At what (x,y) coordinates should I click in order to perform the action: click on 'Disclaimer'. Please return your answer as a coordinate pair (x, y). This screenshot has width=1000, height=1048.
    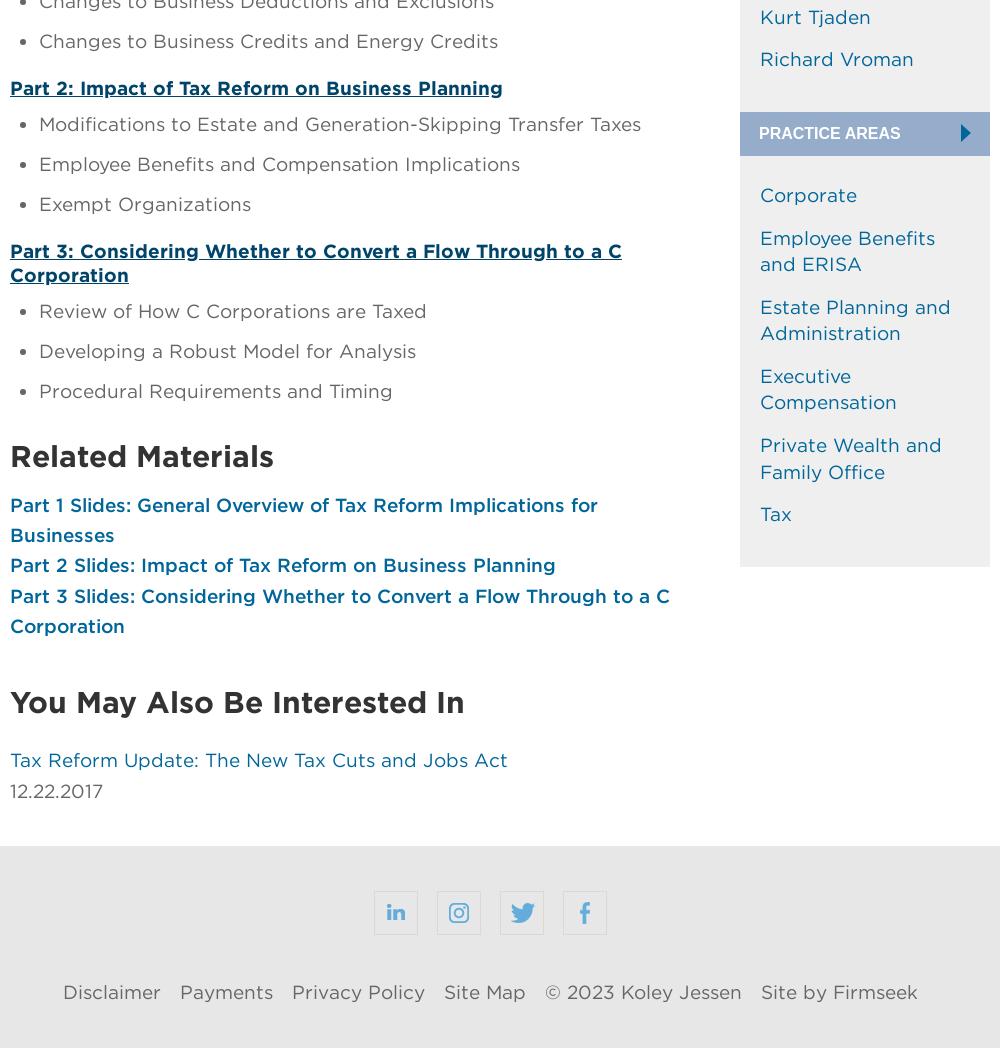
    Looking at the image, I should click on (62, 991).